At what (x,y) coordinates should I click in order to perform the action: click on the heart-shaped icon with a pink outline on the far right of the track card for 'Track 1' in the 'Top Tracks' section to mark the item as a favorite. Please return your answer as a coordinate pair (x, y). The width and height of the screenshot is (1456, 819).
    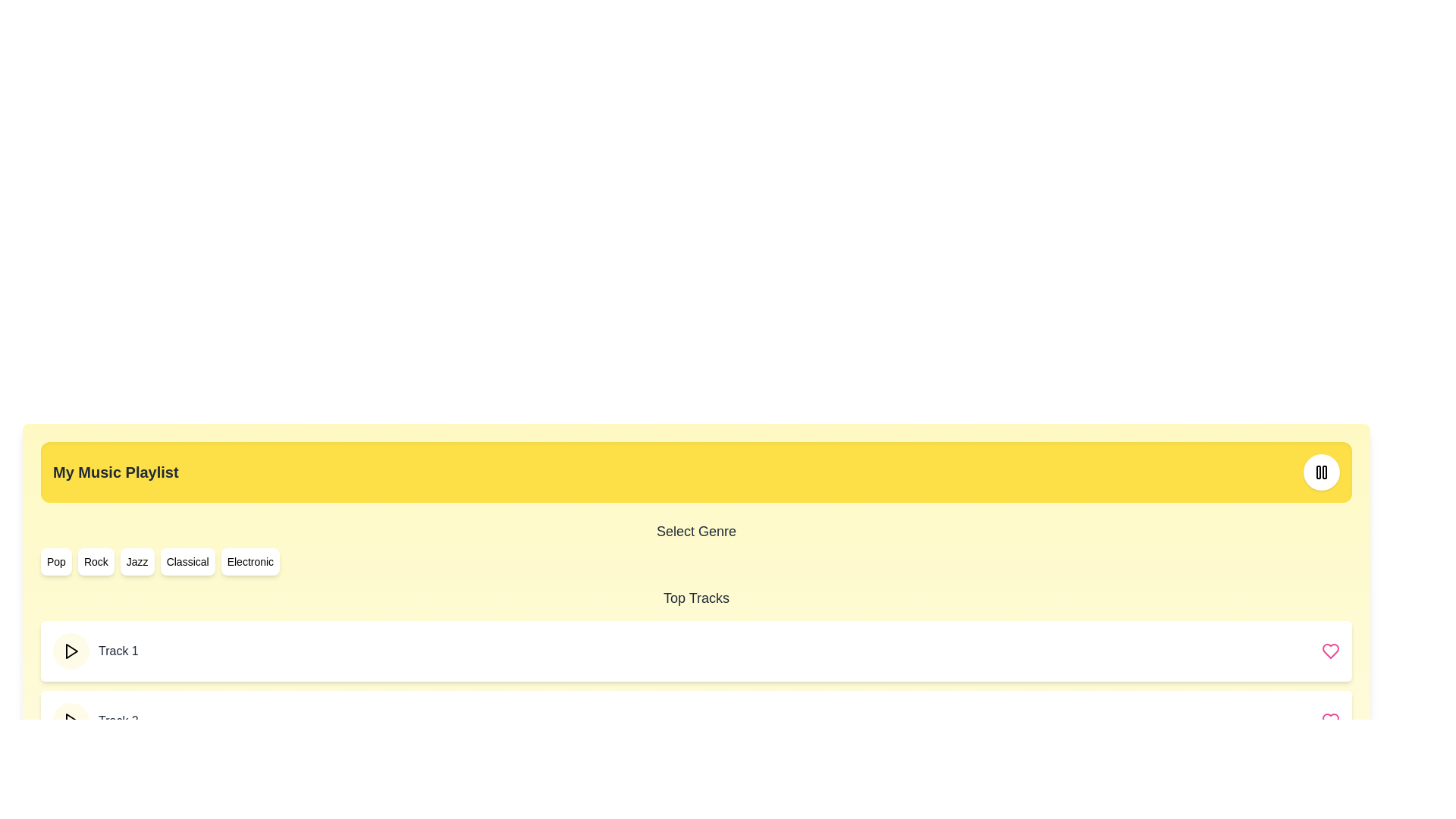
    Looking at the image, I should click on (1330, 651).